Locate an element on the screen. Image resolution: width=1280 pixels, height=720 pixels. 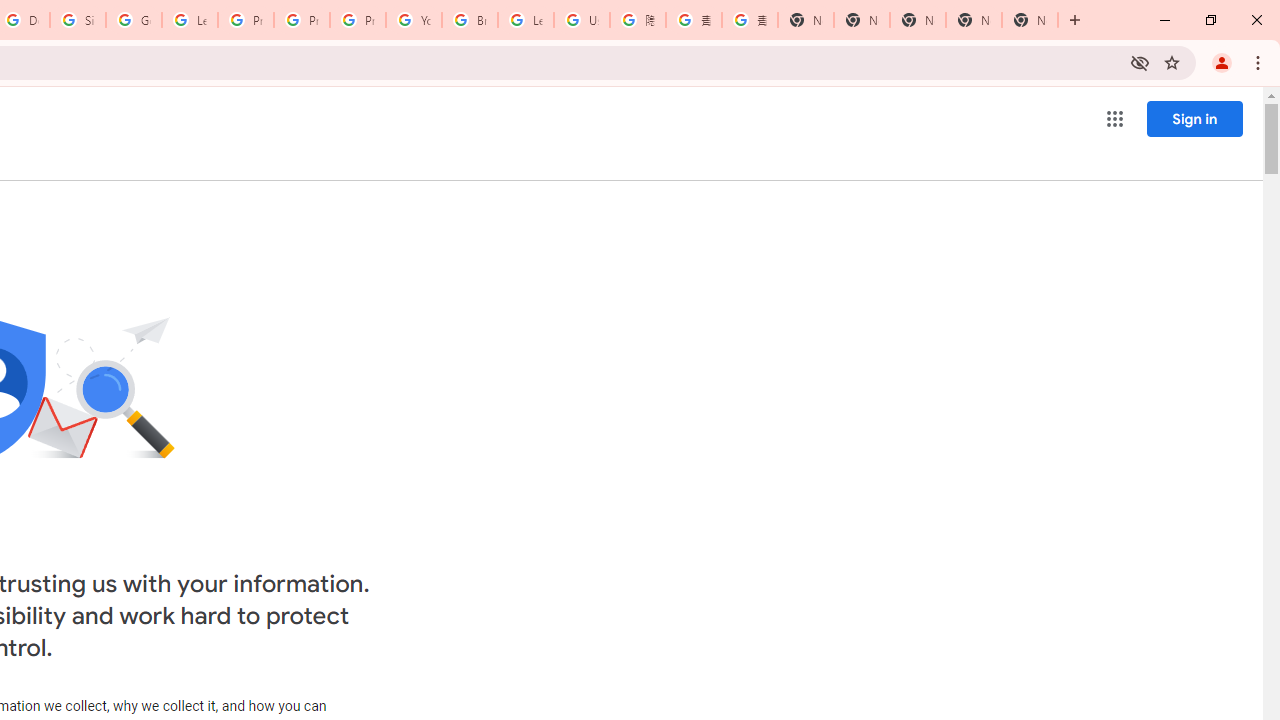
'Privacy Help Center - Policies Help' is located at coordinates (301, 20).